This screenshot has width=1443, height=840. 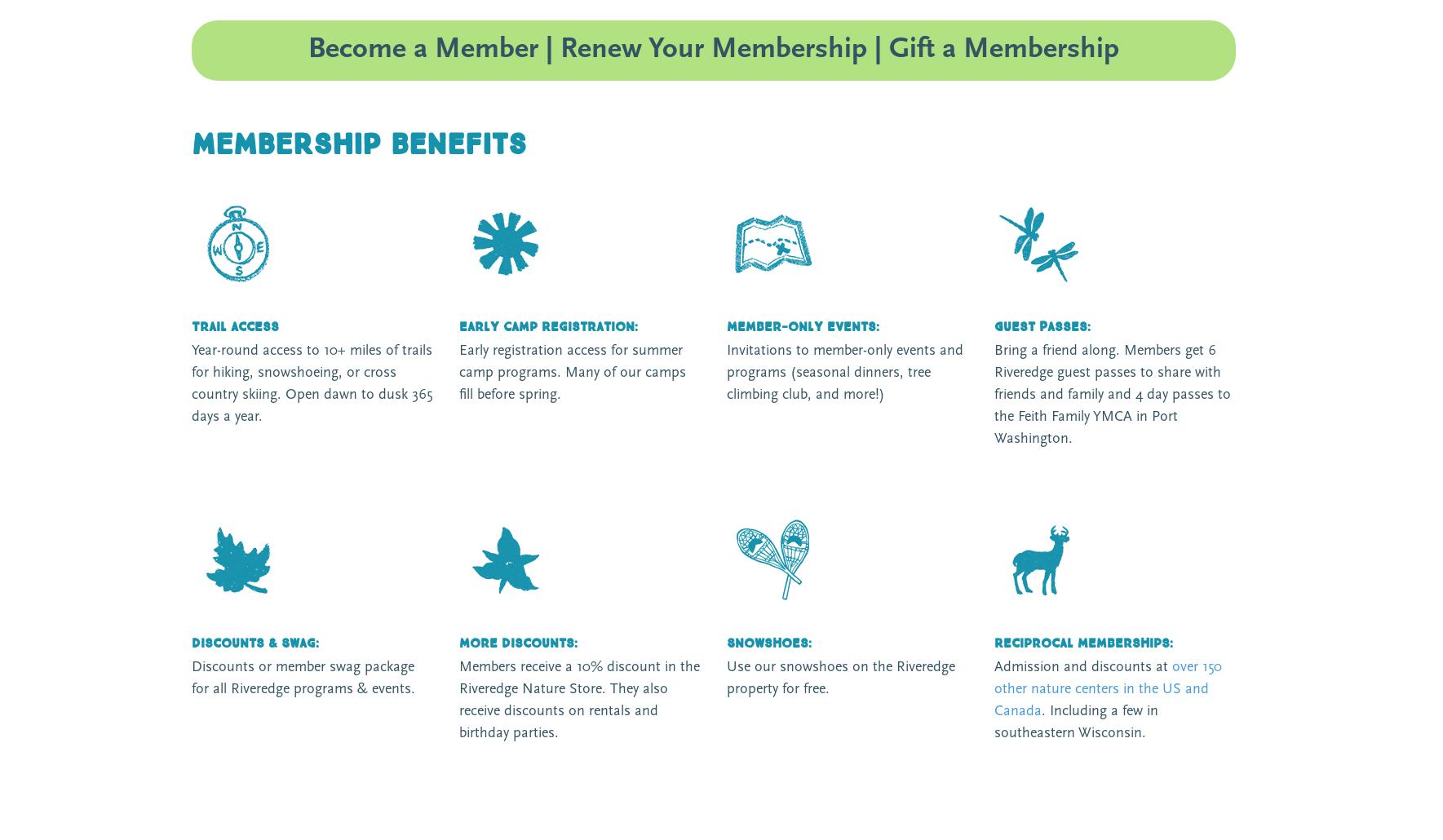 I want to click on 'Become a Member | Renew Your Membership | Gift a Membership', so click(x=712, y=49).